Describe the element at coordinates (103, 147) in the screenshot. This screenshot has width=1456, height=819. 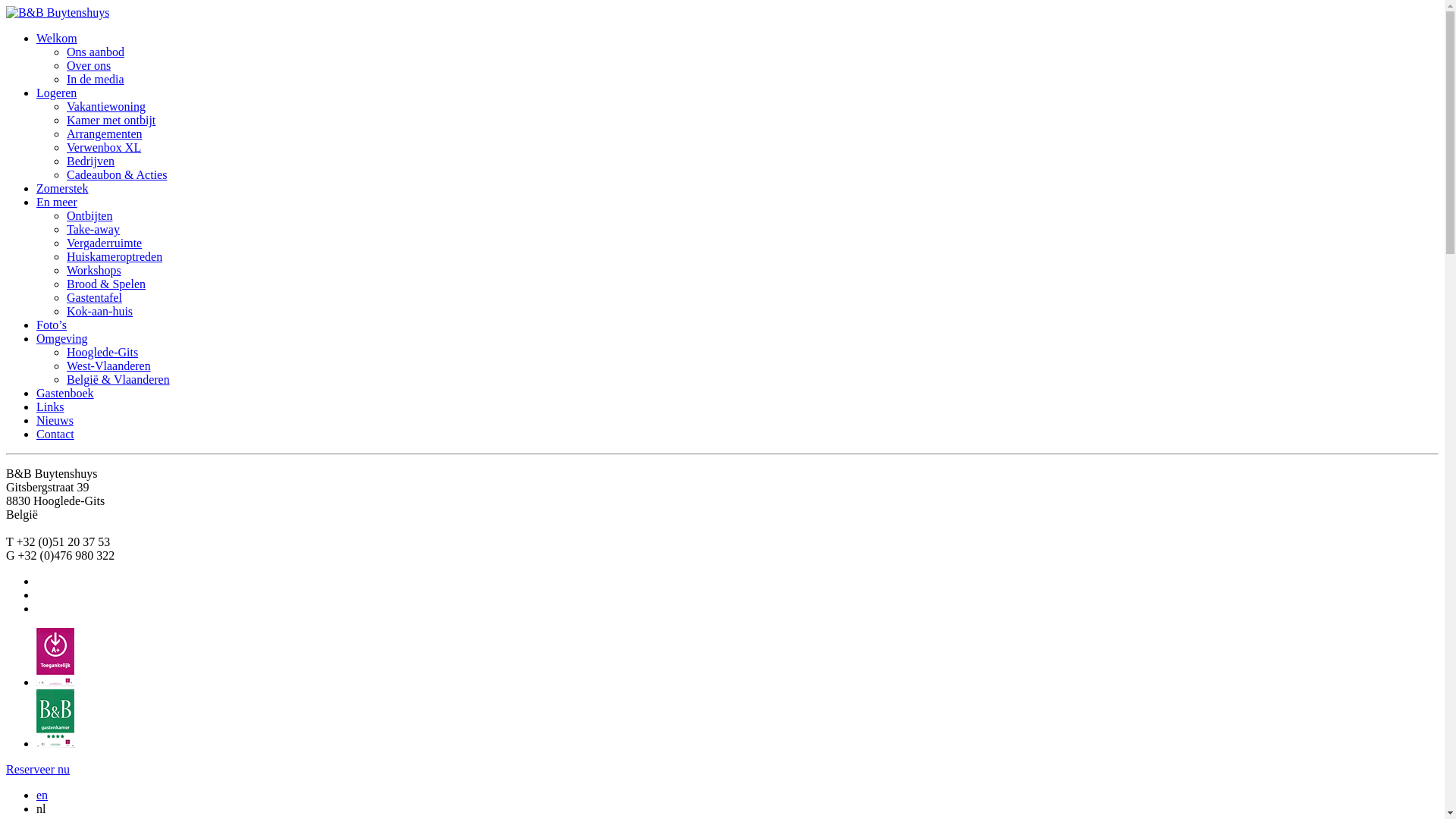
I see `'Verwenbox XL'` at that location.